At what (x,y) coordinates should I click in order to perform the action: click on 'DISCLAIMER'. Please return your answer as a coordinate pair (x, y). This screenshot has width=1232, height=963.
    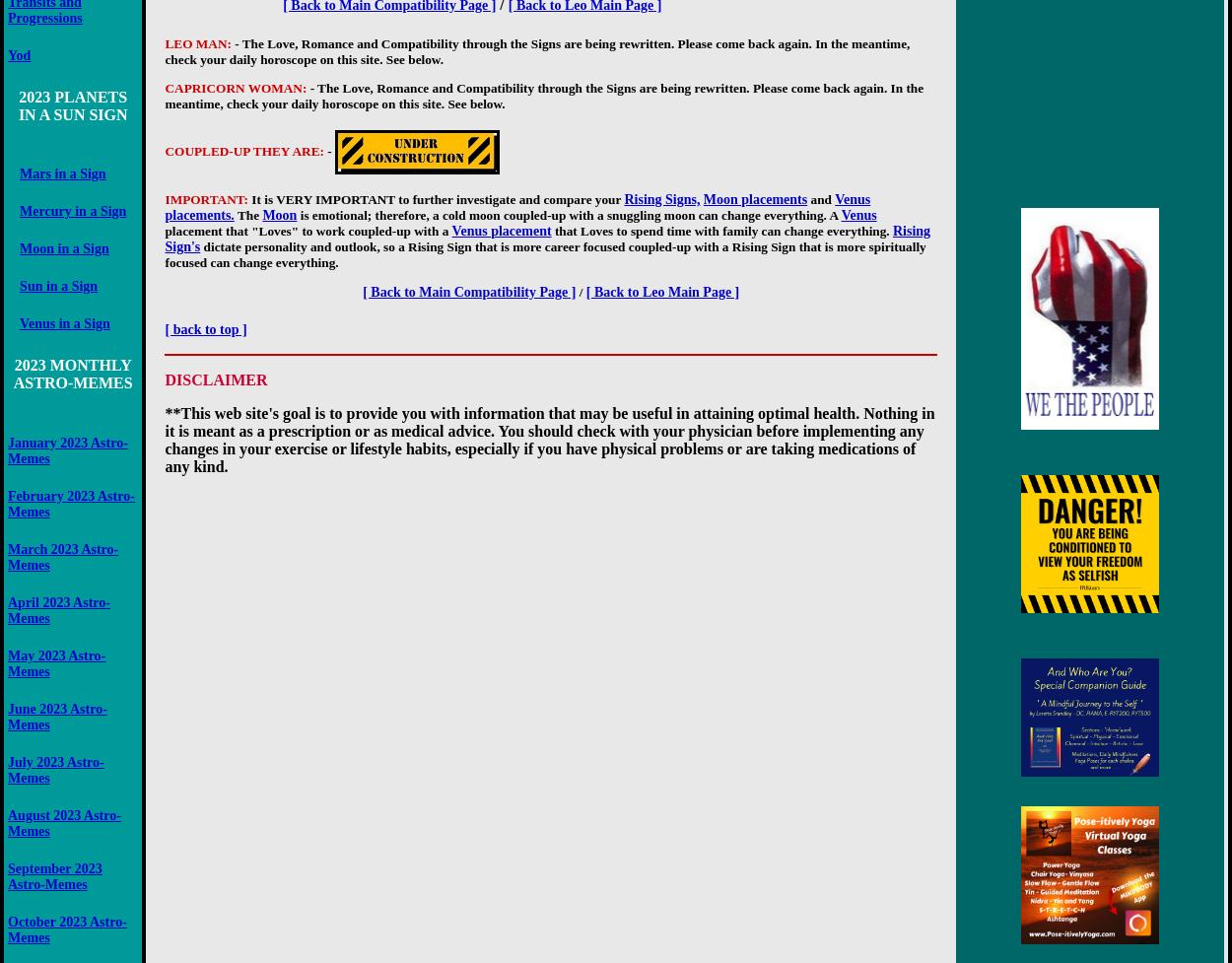
    Looking at the image, I should click on (165, 378).